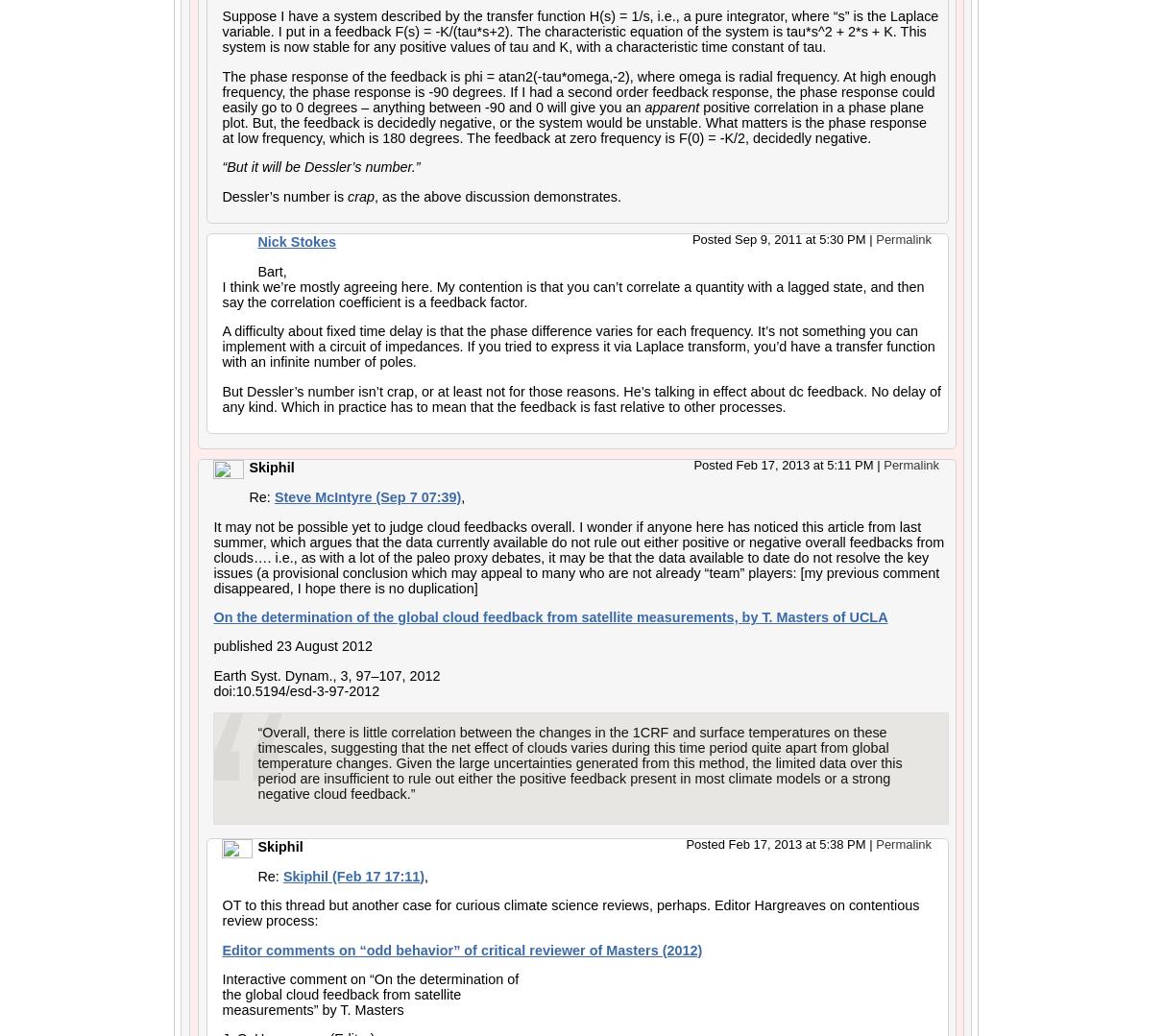  I want to click on 'I think we’re mostly agreeing here. My contention is that you can’t correlate a quantity with a lagged state, and then say the correlation coefficient is a feedback factor.', so click(572, 293).